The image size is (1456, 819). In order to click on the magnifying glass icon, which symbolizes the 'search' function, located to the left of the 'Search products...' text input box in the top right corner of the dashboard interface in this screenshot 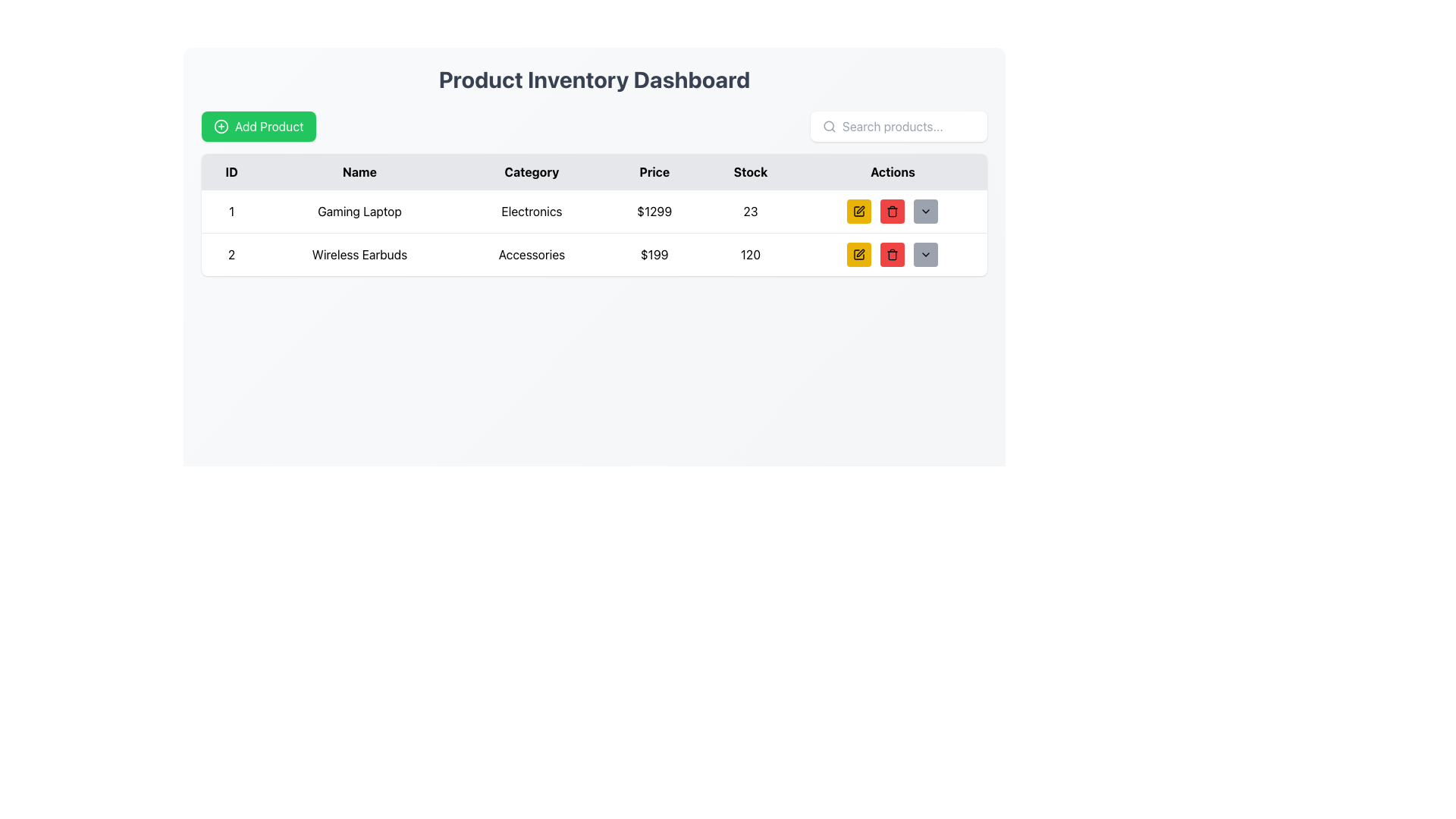, I will do `click(829, 125)`.